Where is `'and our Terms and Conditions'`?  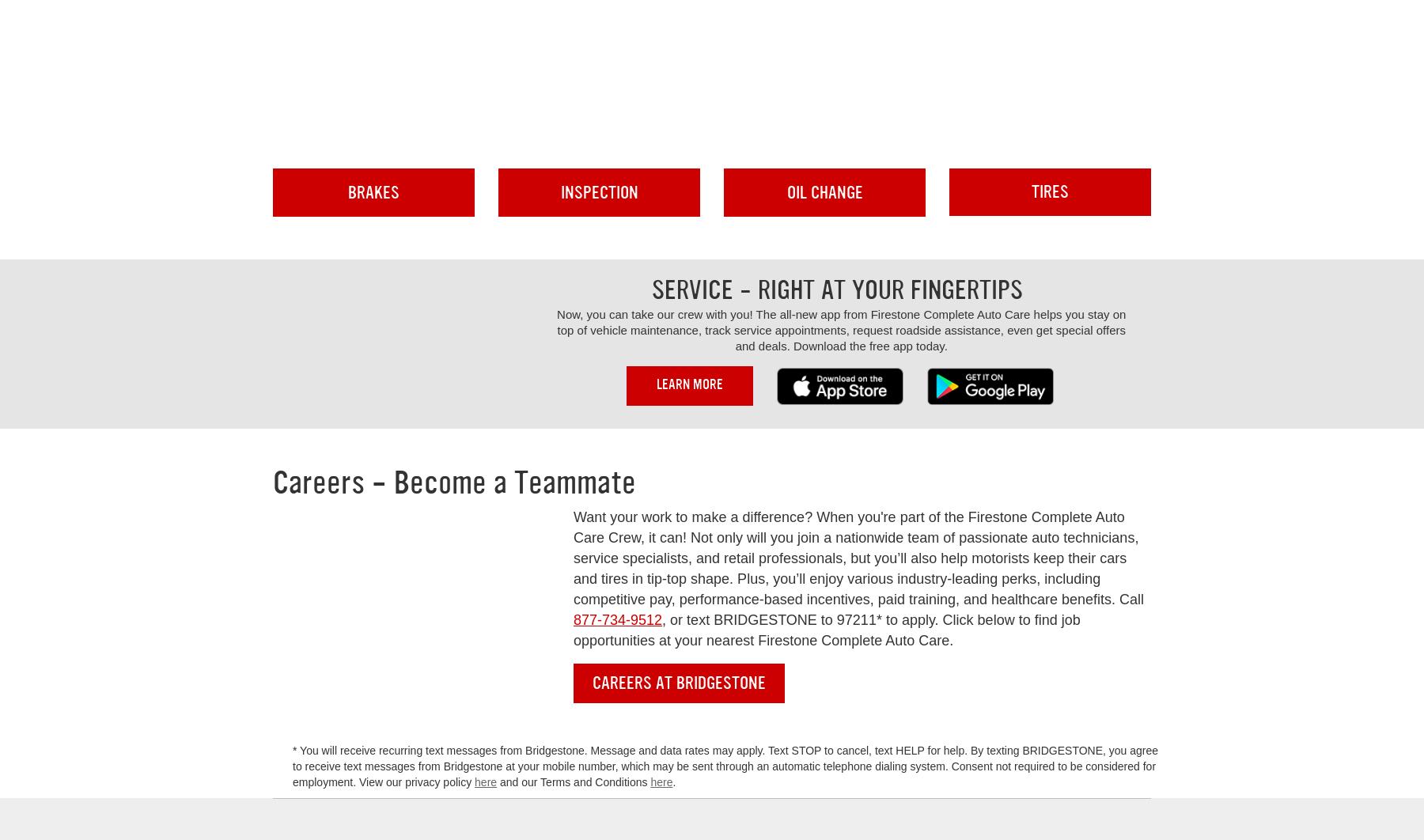
'and our Terms and Conditions' is located at coordinates (573, 781).